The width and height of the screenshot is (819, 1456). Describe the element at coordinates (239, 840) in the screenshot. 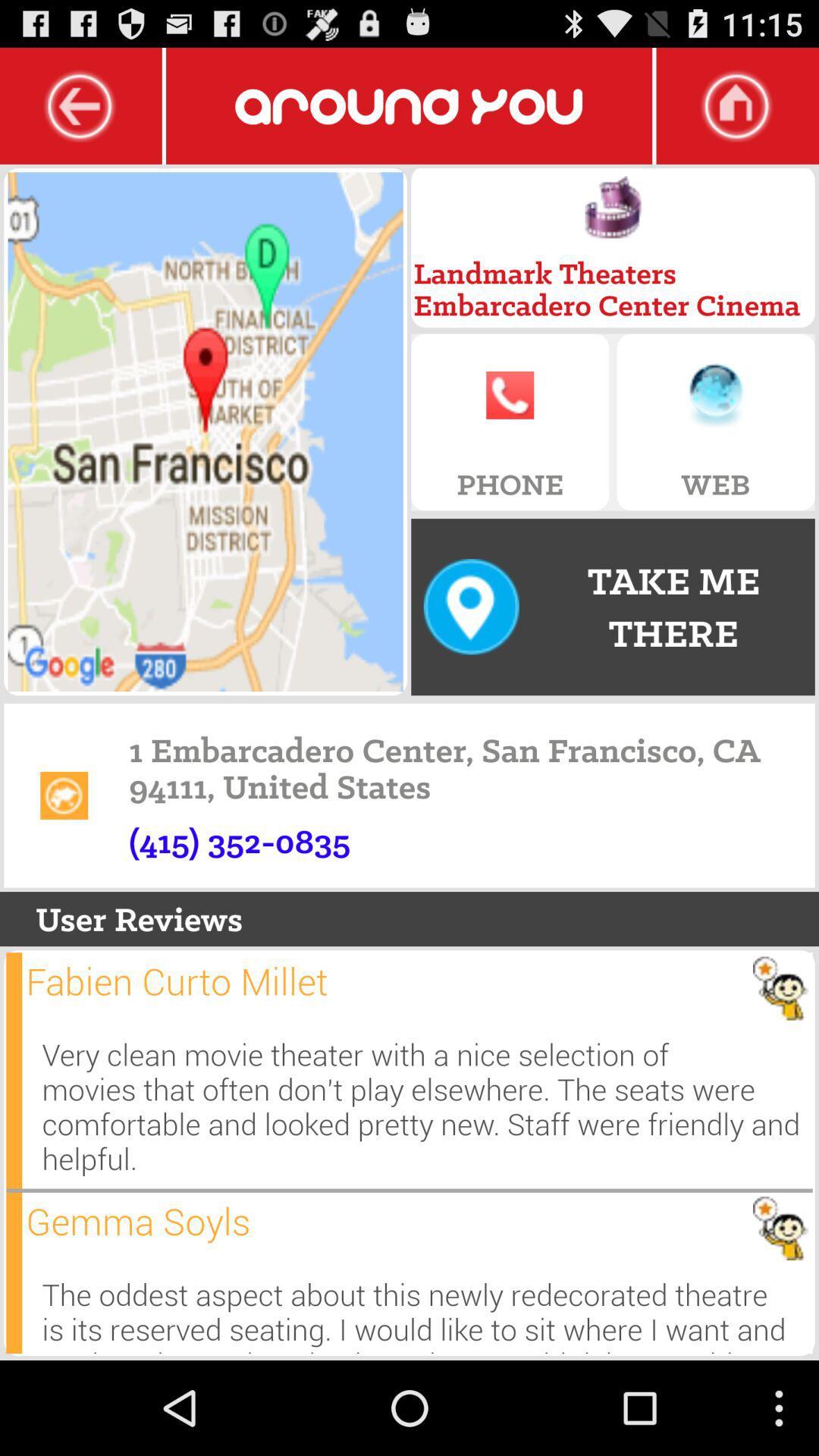

I see `the (415) 352-0835` at that location.